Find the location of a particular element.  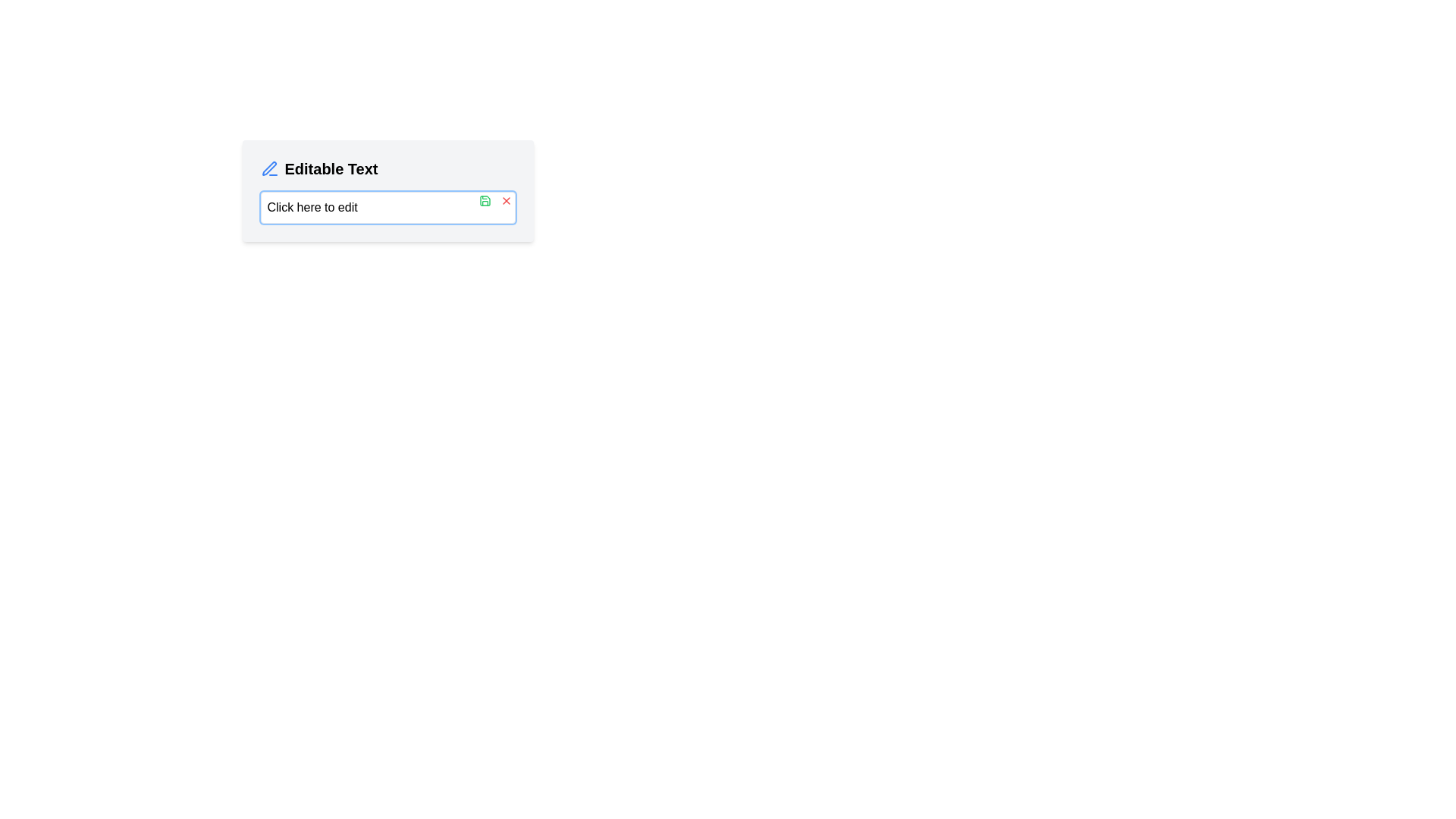

the close or delete button located to the right of the 'Editable Text' input field is located at coordinates (506, 200).